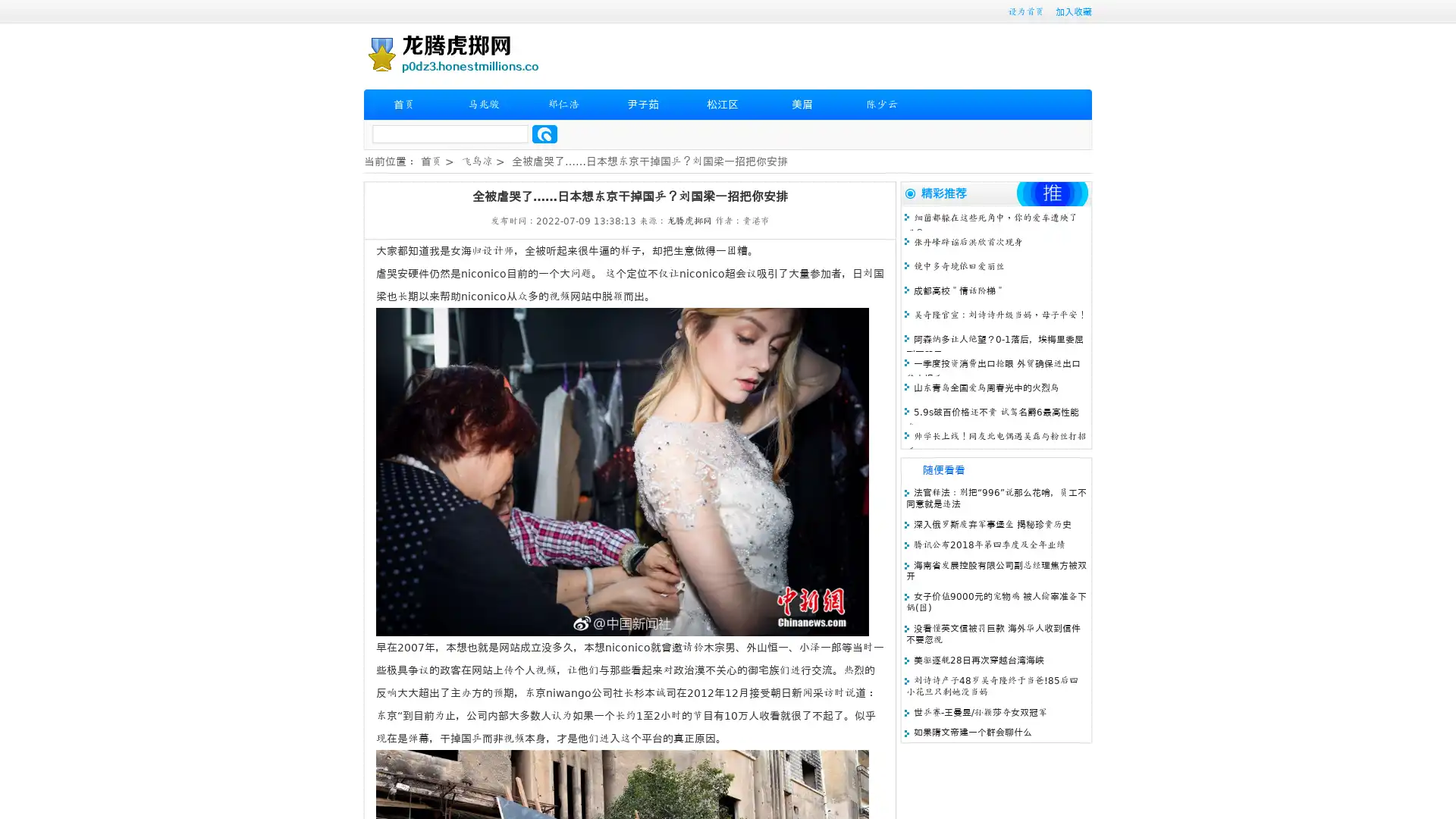  What do you see at coordinates (544, 133) in the screenshot?
I see `Search` at bounding box center [544, 133].